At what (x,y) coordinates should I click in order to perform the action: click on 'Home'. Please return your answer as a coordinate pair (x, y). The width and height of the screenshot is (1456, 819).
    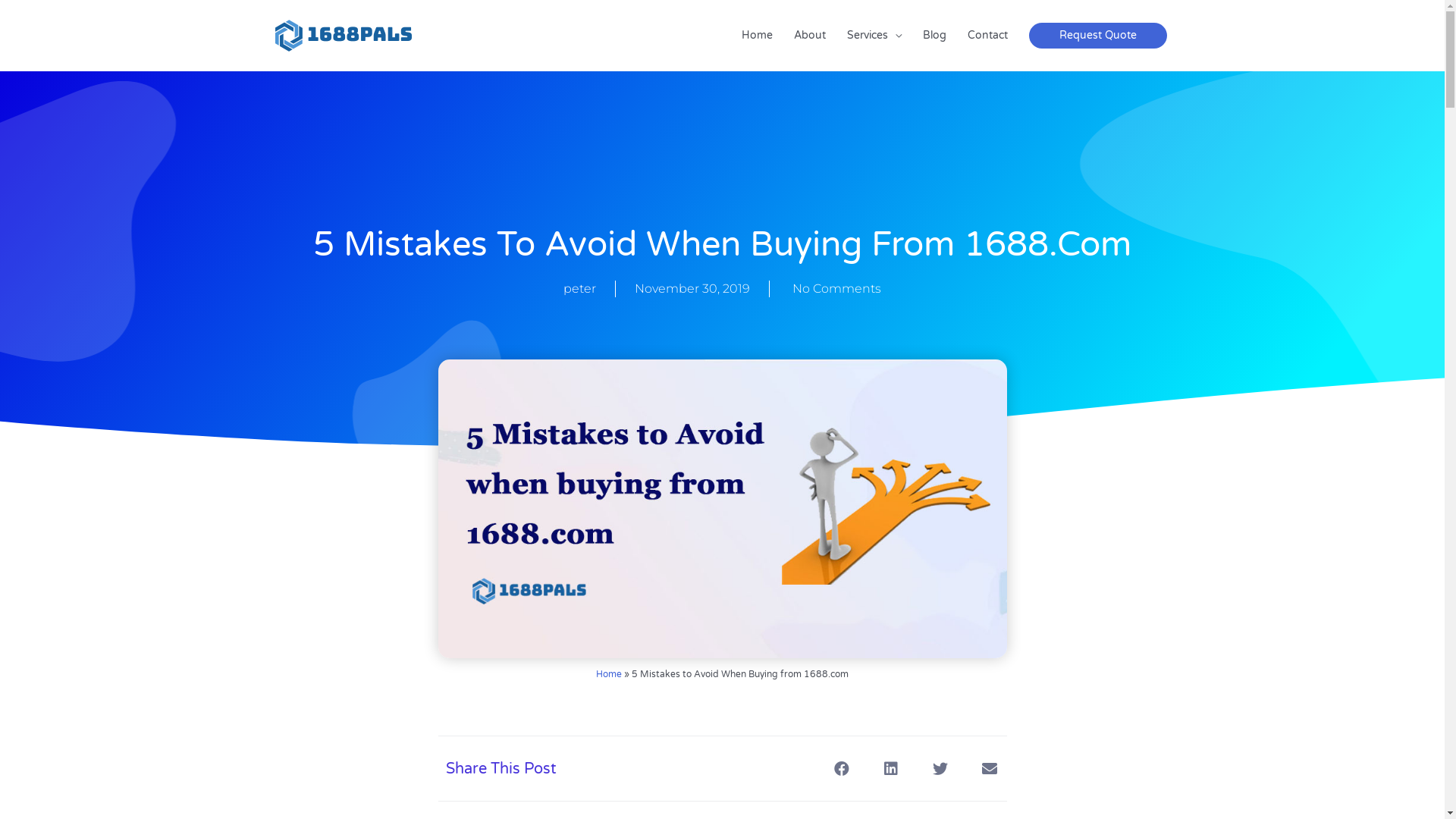
    Looking at the image, I should click on (608, 673).